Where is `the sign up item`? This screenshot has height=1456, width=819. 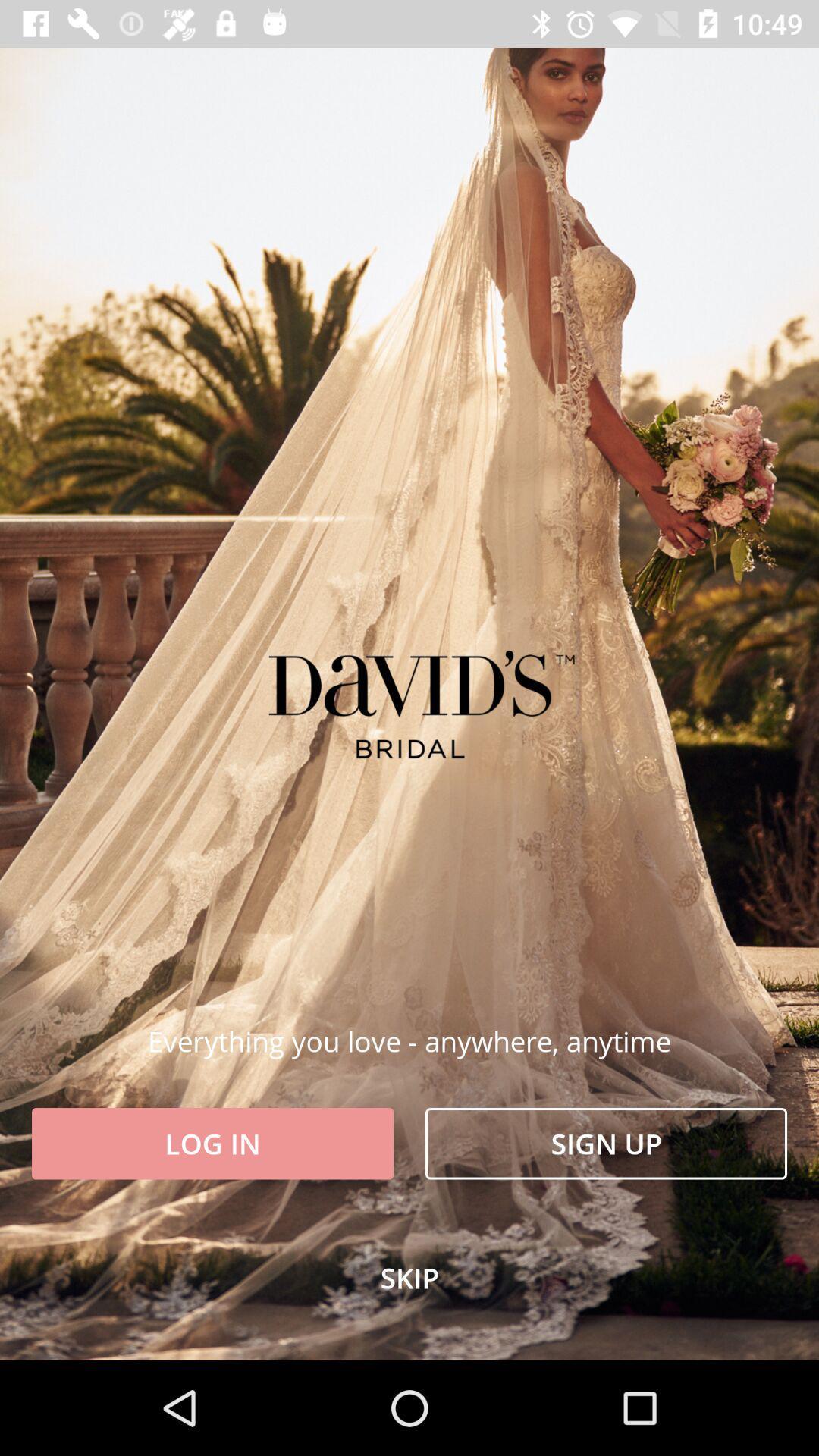
the sign up item is located at coordinates (605, 1144).